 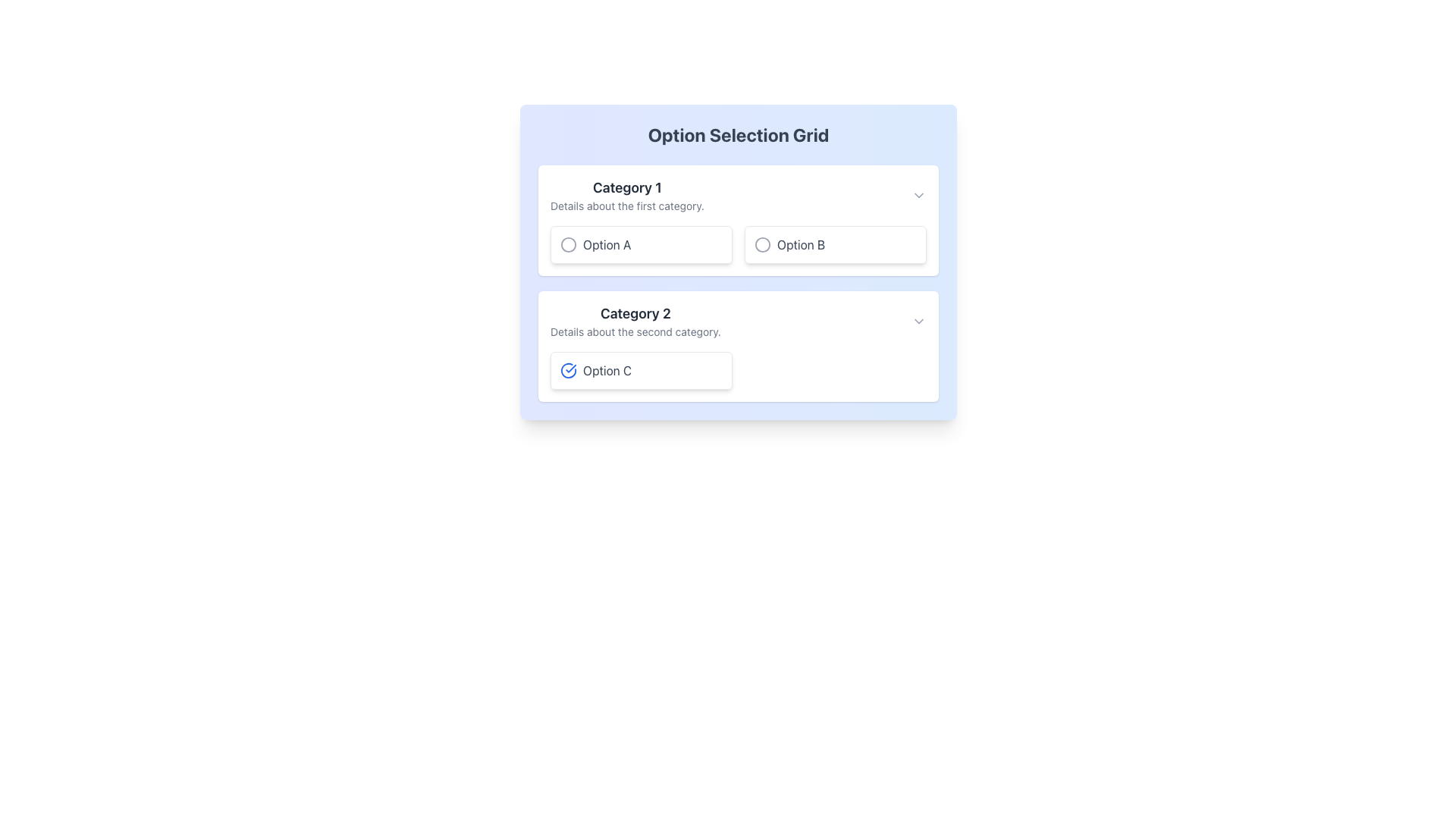 I want to click on the selectable button labeled 'Option A' in the first row of the grid layout under 'Category 1', so click(x=641, y=244).